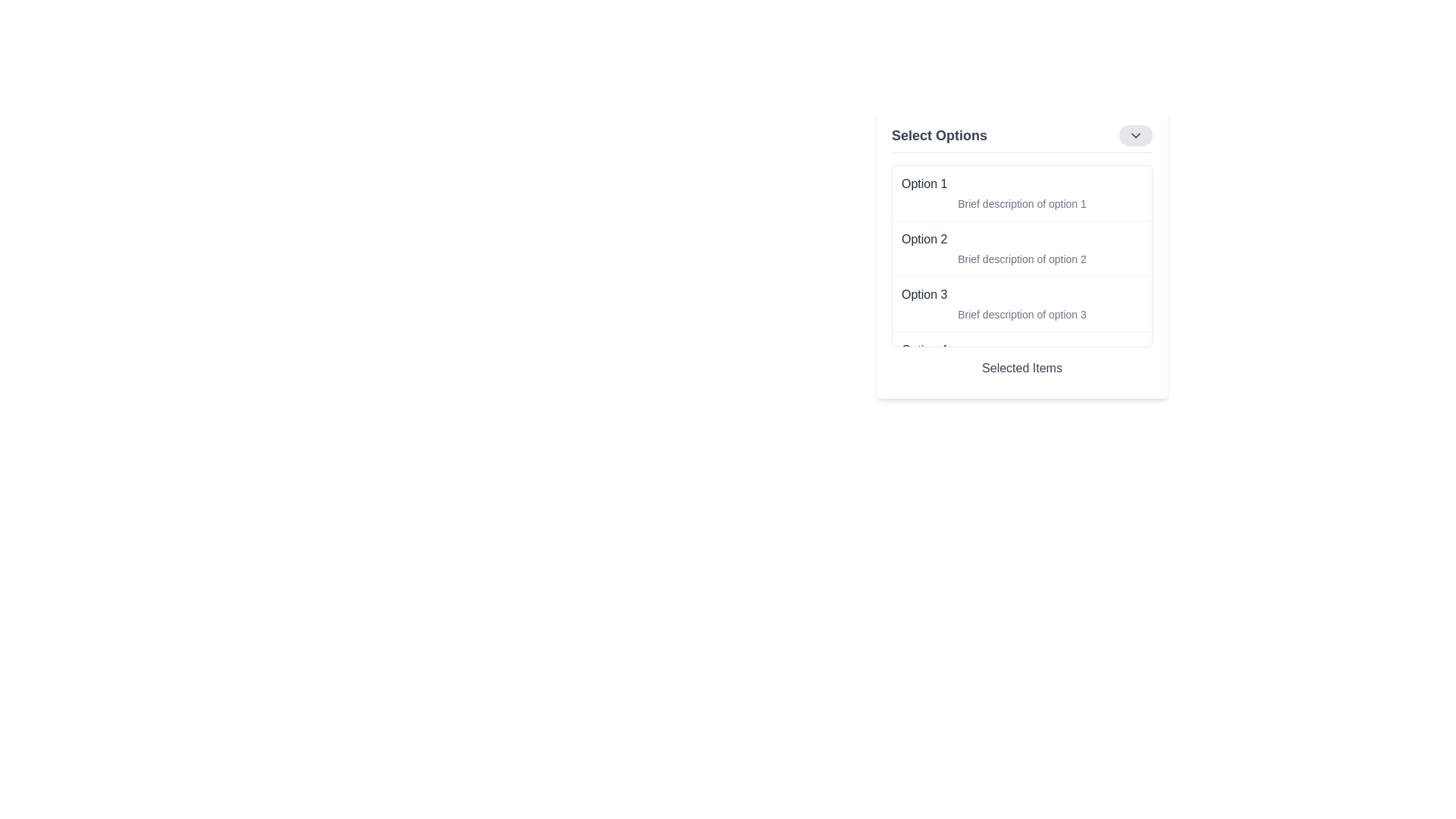 Image resolution: width=1456 pixels, height=819 pixels. I want to click on the Dropdown toggle button with a light gray background and a downward-pointing chevron icon, located to the right of the 'Select Options' title, so click(1135, 134).